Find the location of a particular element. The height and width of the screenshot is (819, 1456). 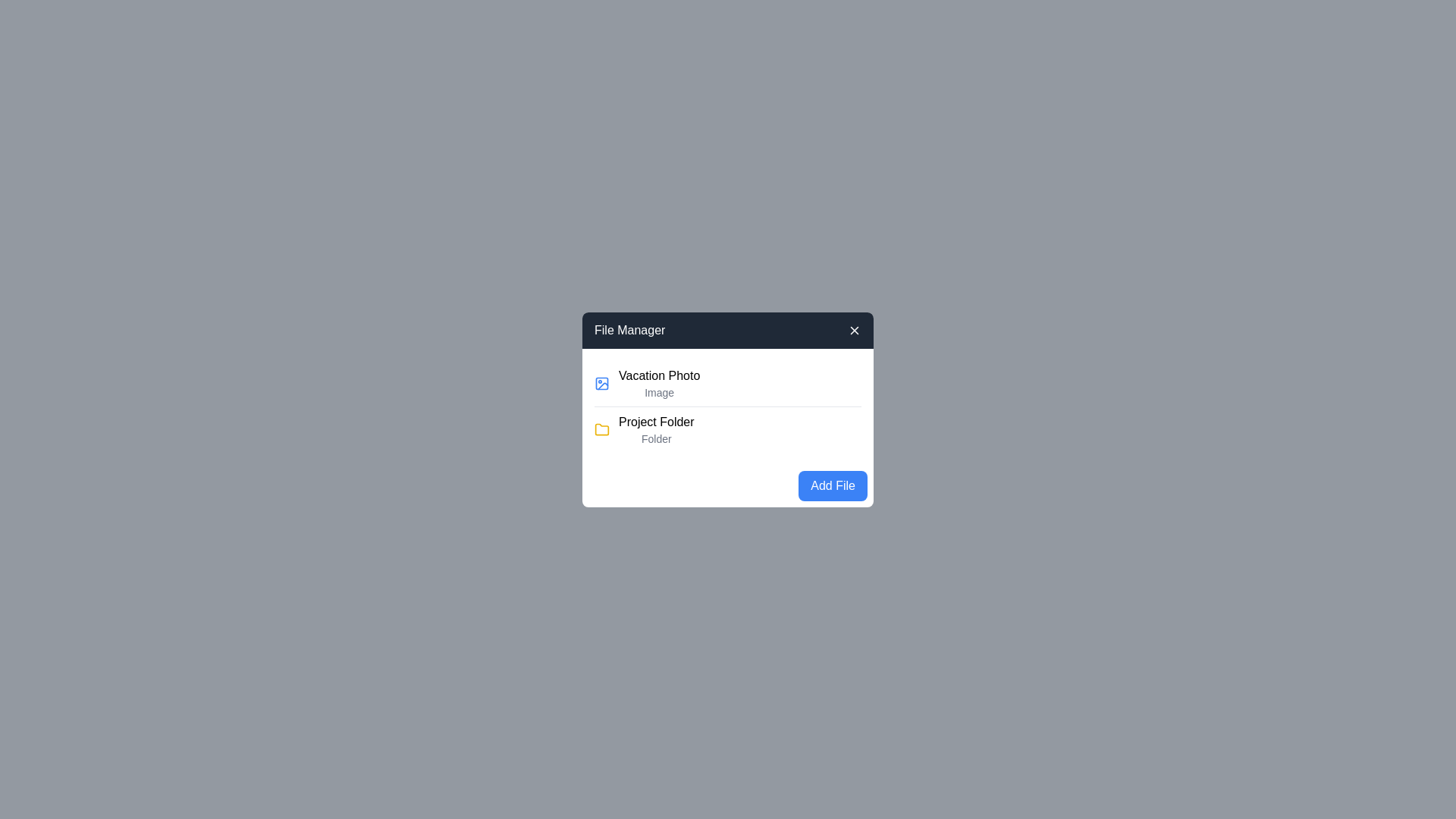

the item Vacation Photo from the file list is located at coordinates (728, 382).